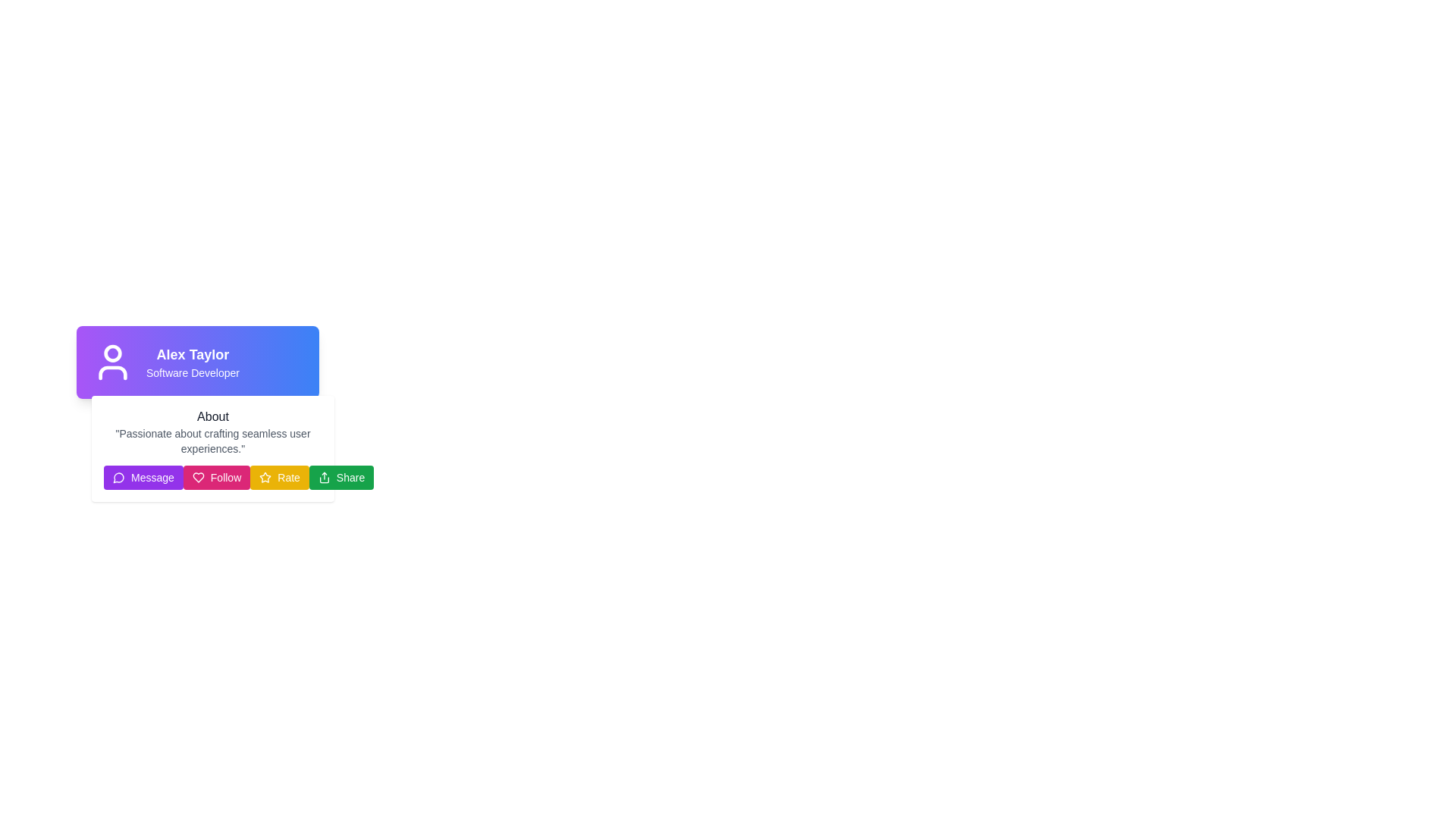  What do you see at coordinates (118, 478) in the screenshot?
I see `the speech bubble icon located in the top left corner of the action button row below the user profile card to initiate a message action` at bounding box center [118, 478].